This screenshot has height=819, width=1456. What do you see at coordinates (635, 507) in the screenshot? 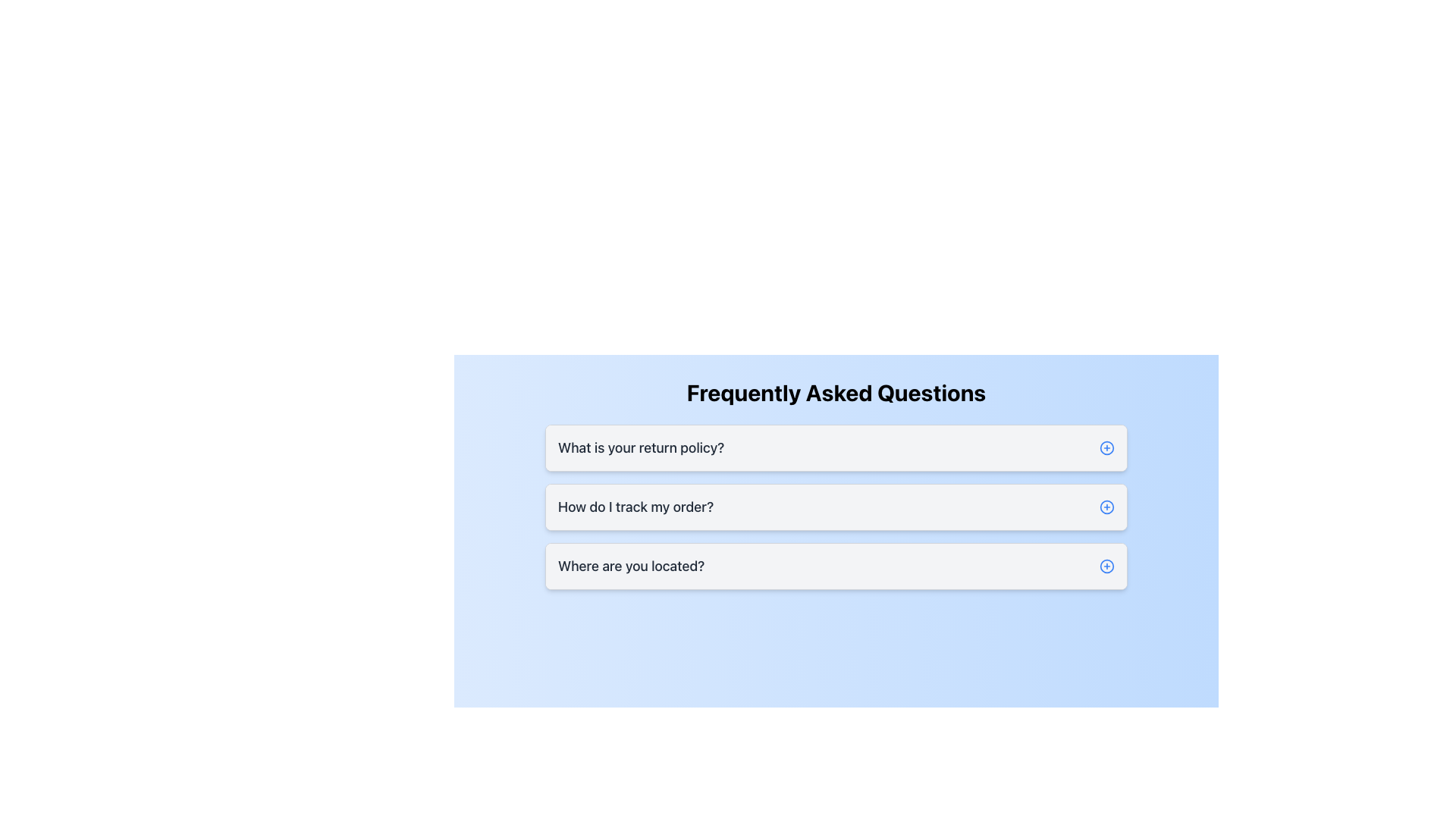
I see `the text label that serves as a heading for a specific question in the FAQ layout, positioned as the central text in the second item of the vertical list` at bounding box center [635, 507].